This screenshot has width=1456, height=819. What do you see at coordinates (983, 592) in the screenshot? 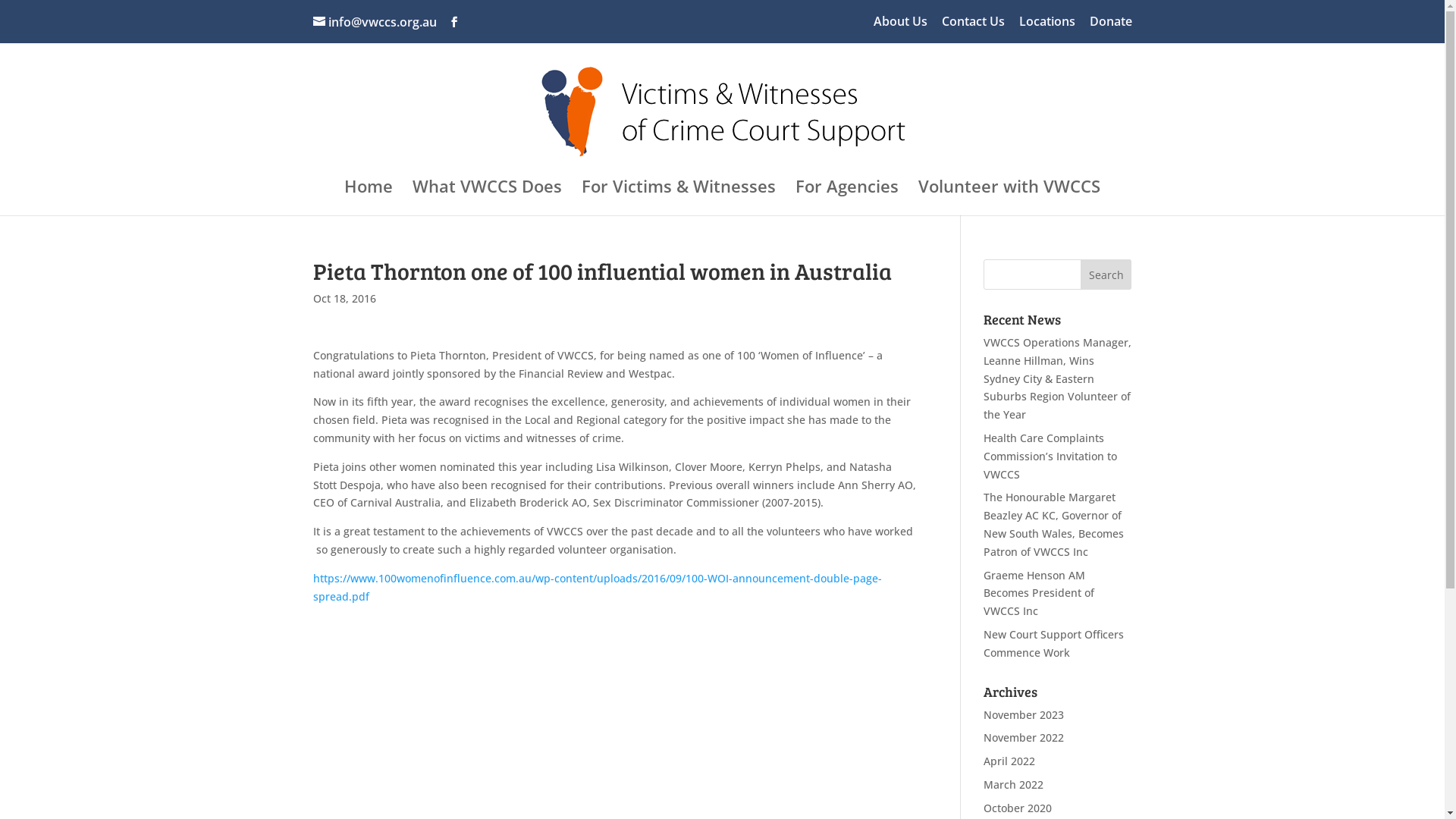
I see `'Graeme Henson AM Becomes President of VWCCS Inc'` at bounding box center [983, 592].